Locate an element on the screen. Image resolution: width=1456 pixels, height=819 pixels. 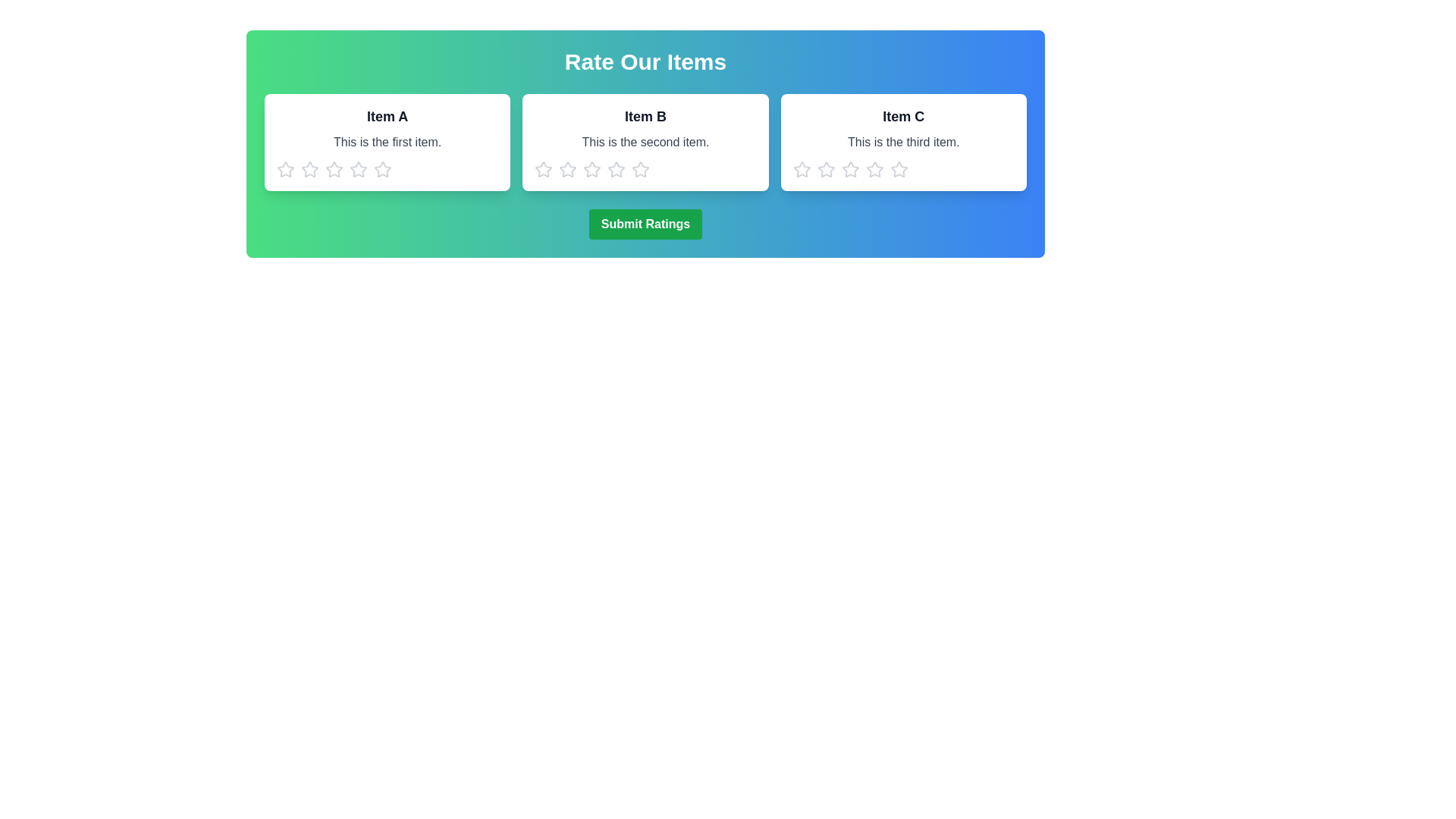
the 'Submit Ratings' button to submit the ratings is located at coordinates (645, 224).